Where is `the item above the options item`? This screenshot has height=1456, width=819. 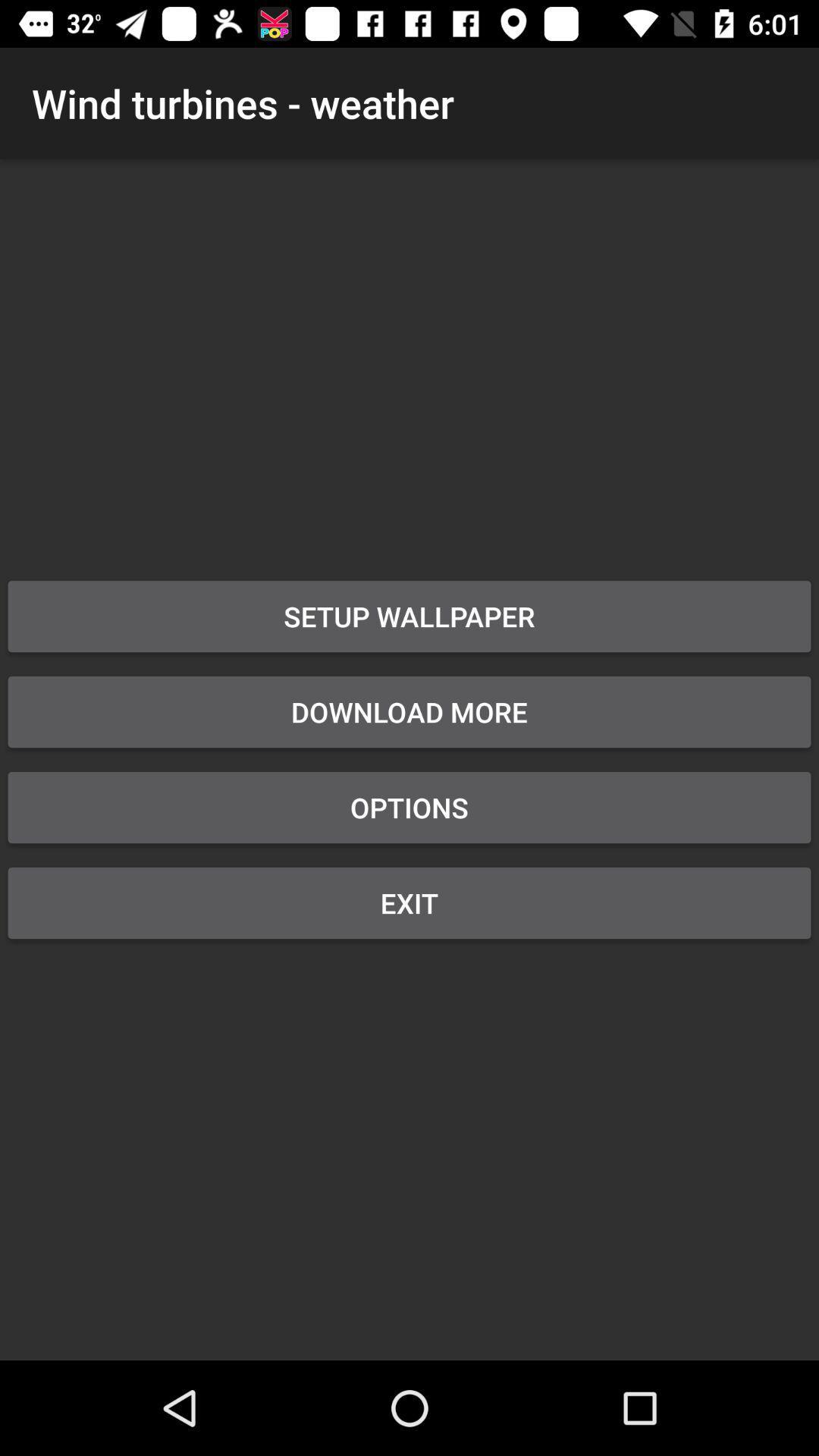
the item above the options item is located at coordinates (409, 711).